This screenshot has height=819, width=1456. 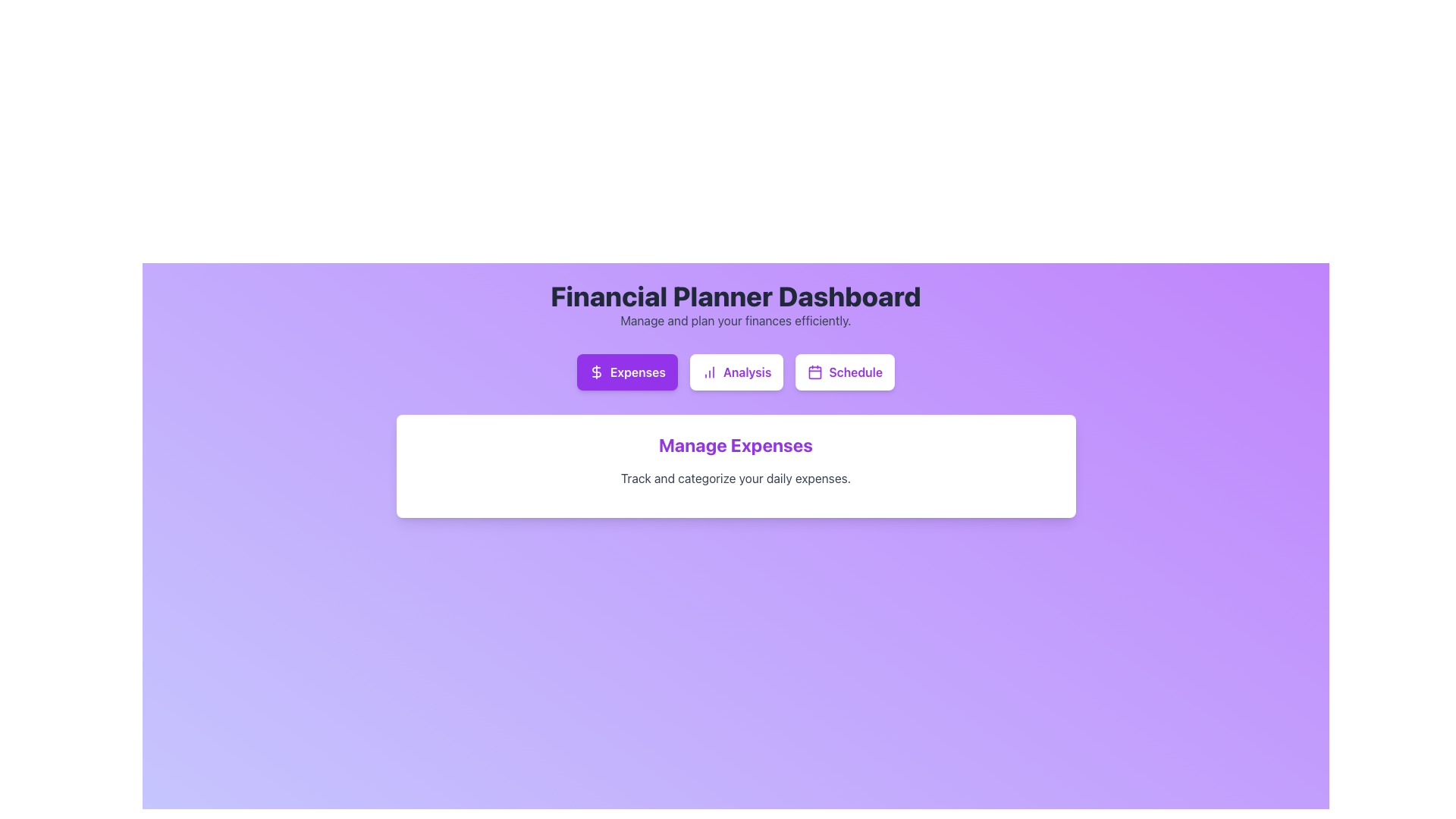 I want to click on the 'Schedule' button located within the third button from the left in the horizontal row below the 'Financial Planner Dashboard' title, so click(x=855, y=372).